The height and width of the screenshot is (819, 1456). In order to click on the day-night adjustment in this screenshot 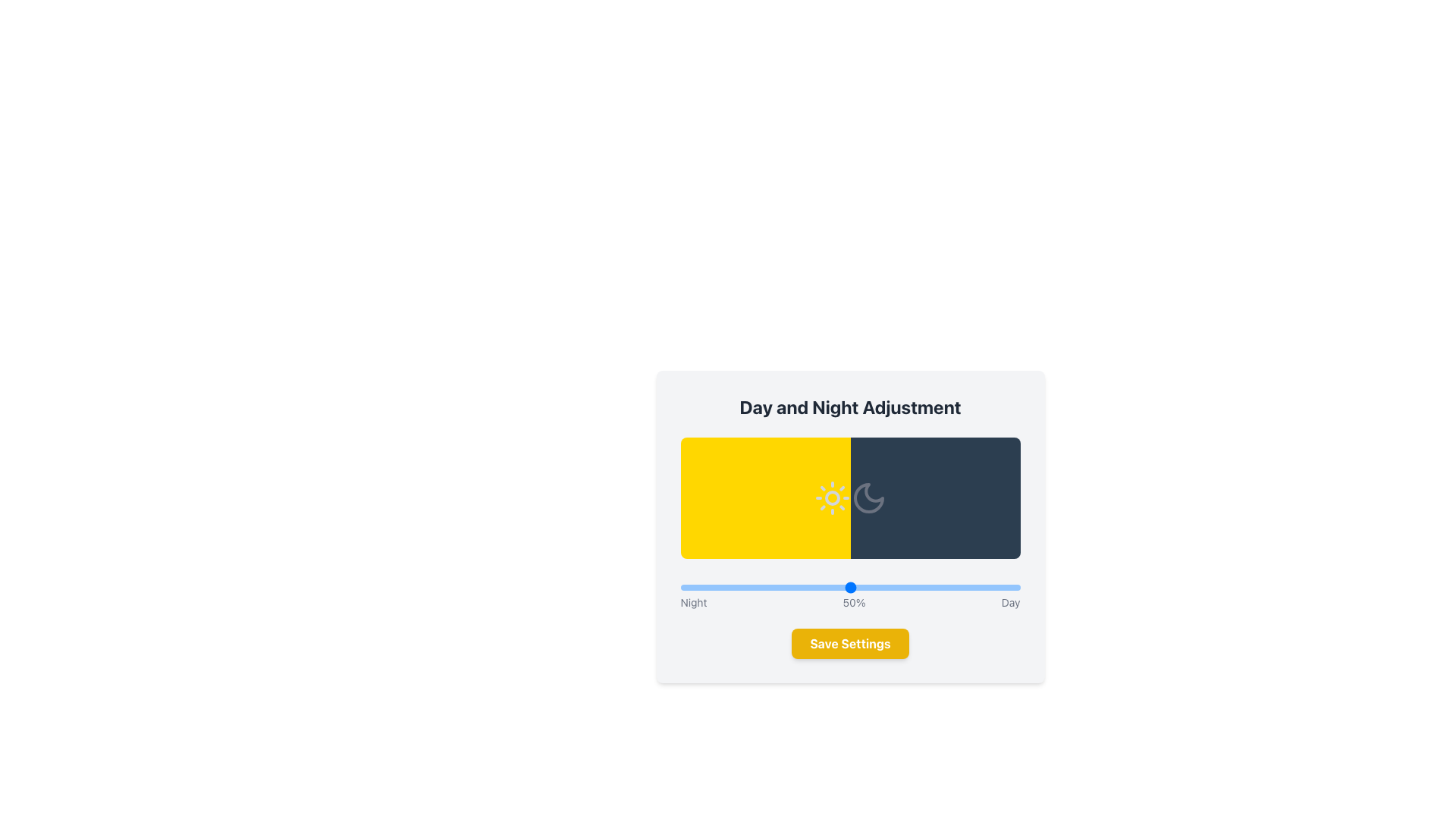, I will do `click(789, 587)`.